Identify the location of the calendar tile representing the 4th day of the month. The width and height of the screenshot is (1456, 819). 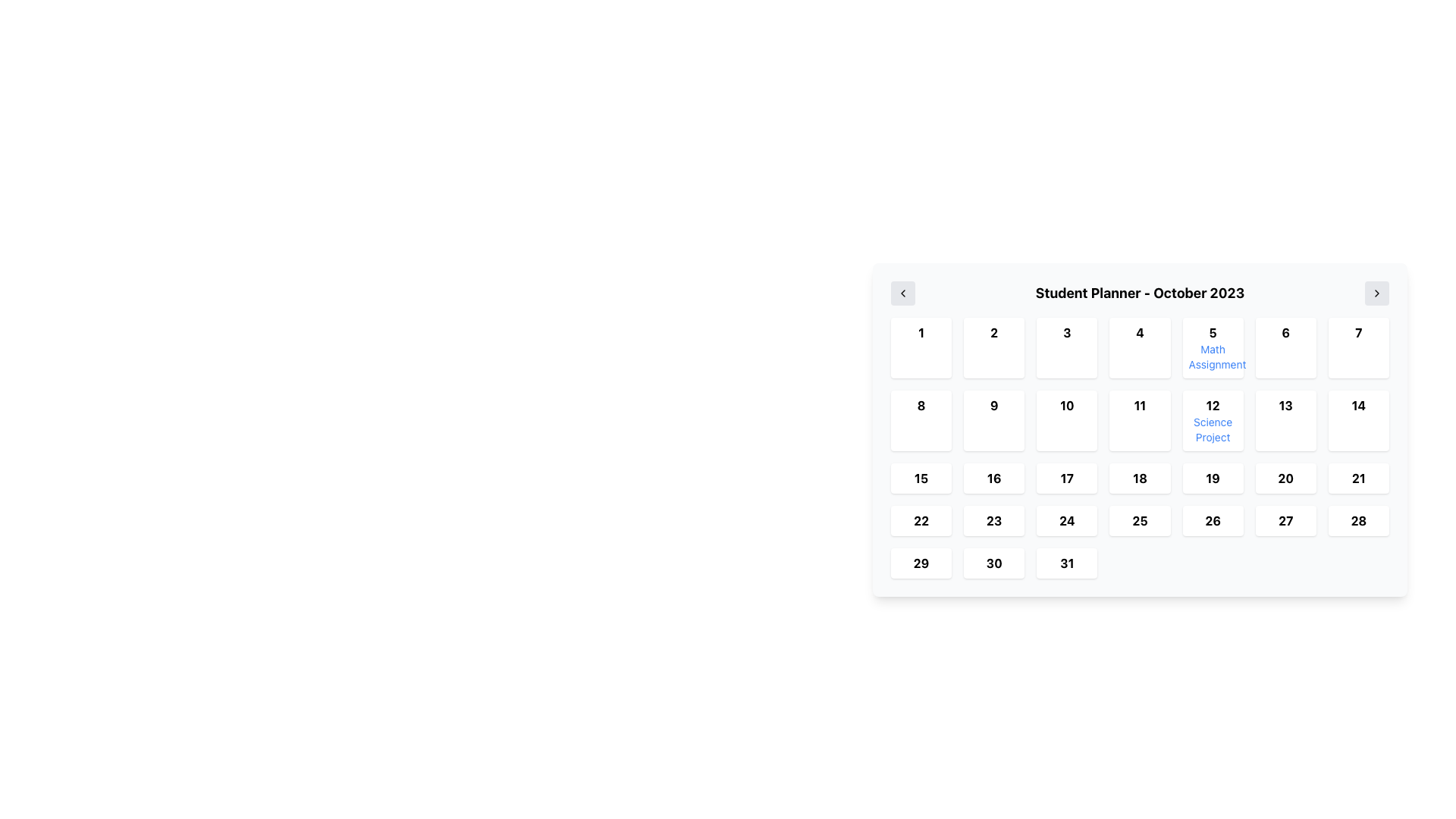
(1140, 348).